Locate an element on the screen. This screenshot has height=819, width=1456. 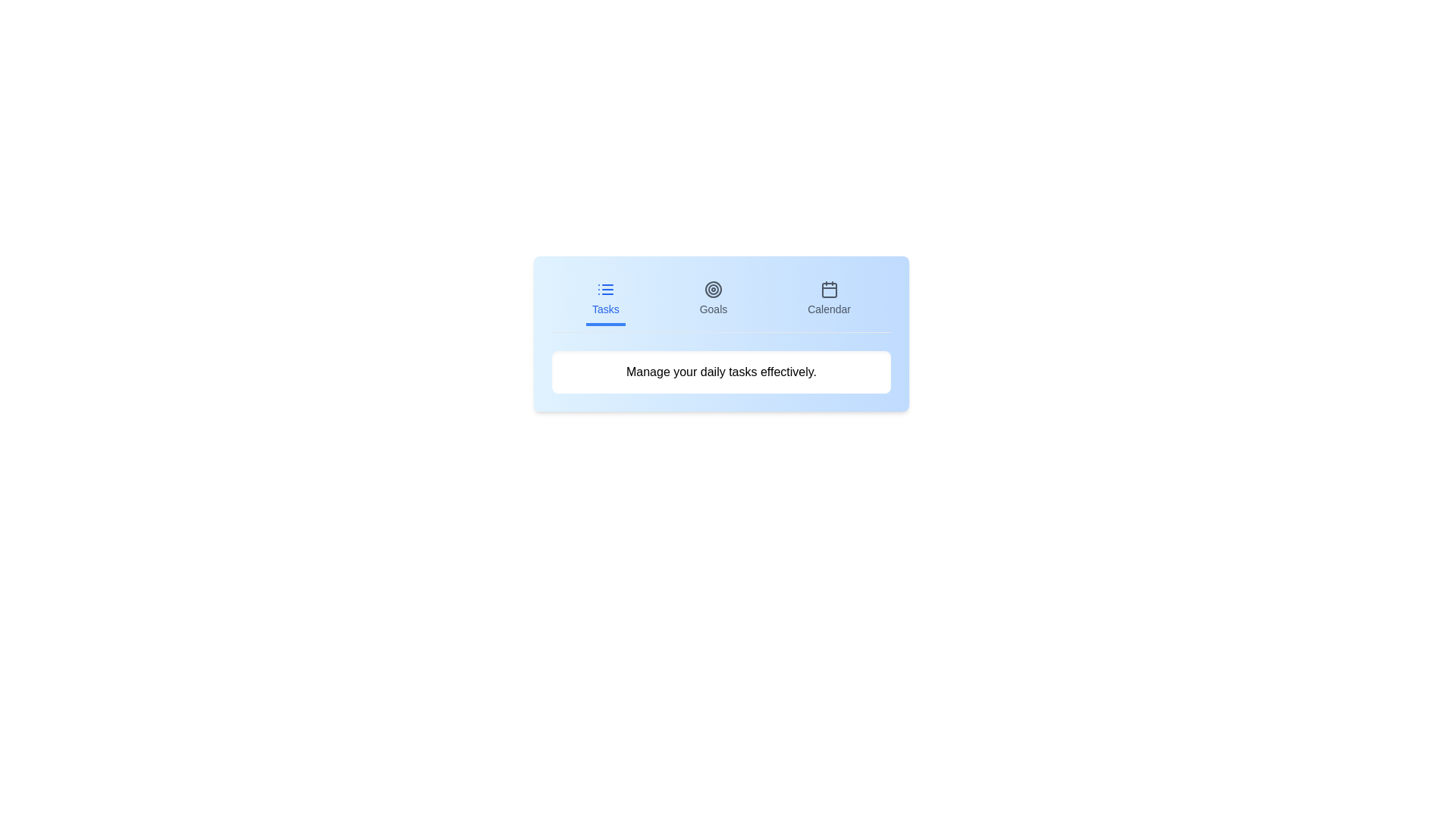
the Calendar tab to view its content is located at coordinates (828, 300).